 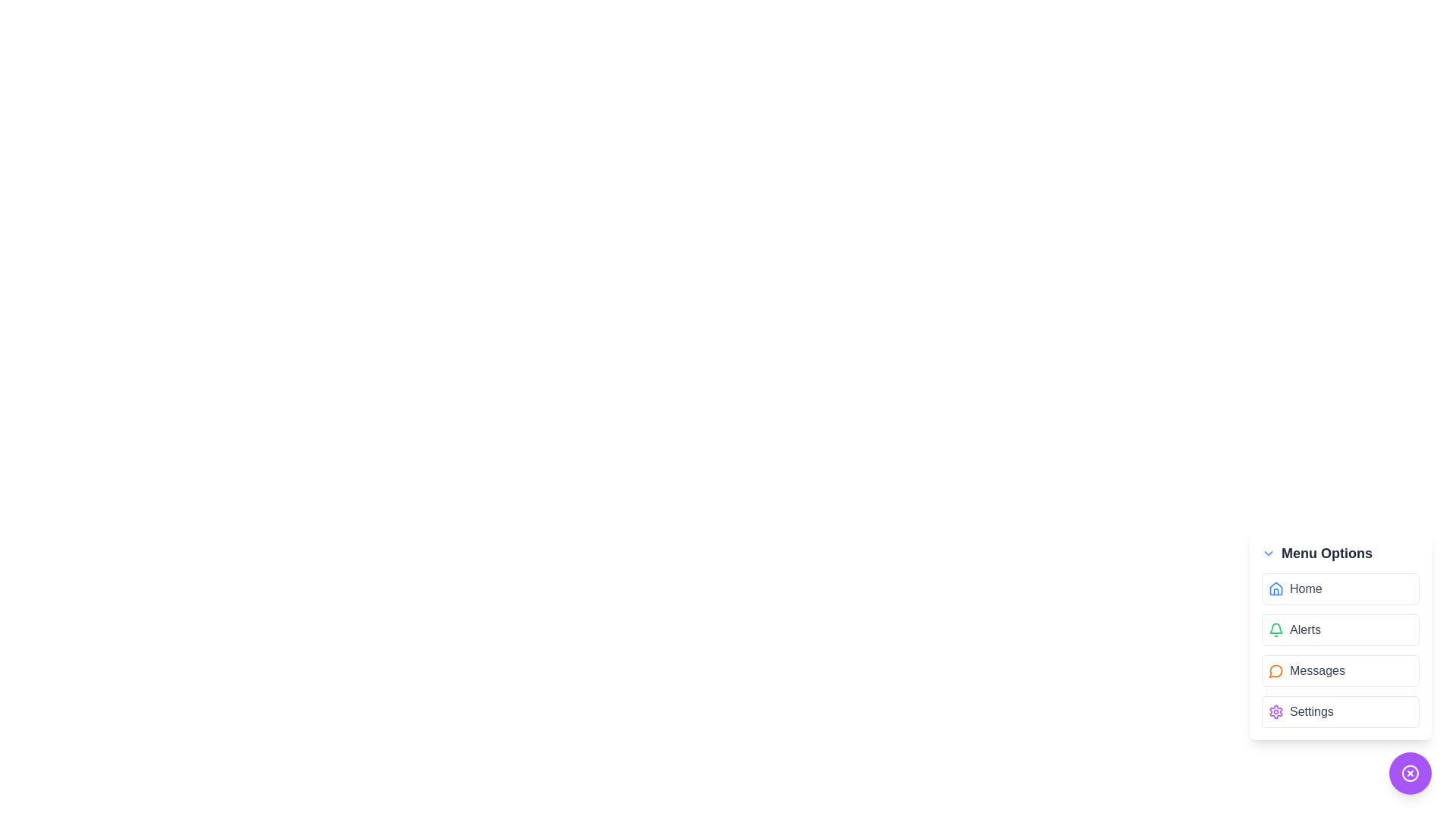 I want to click on the dropdown toggle icon located at the leftmost edge of the 'Menu Options' header, so click(x=1269, y=553).